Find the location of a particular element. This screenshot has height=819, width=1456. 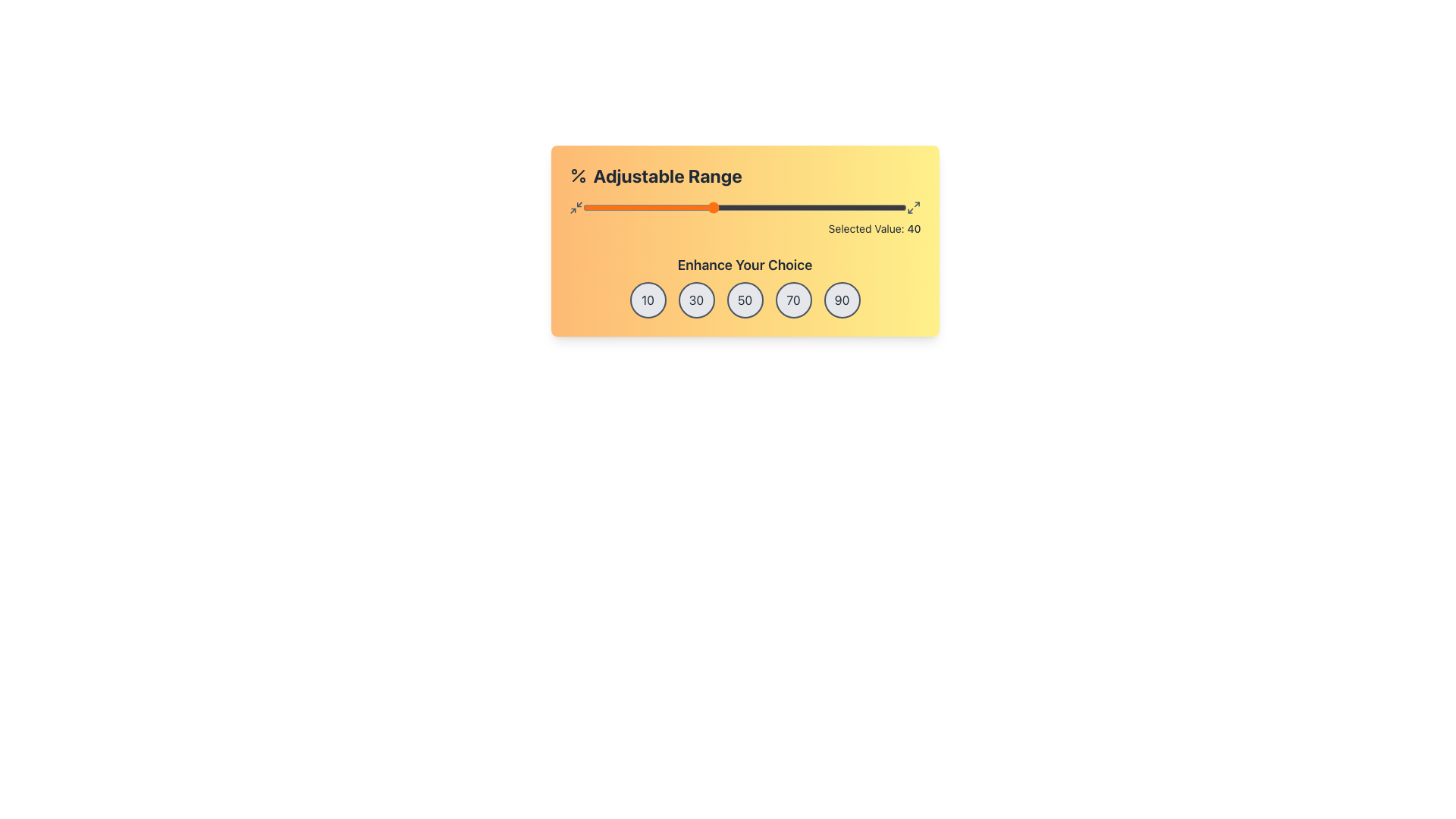

the slider value is located at coordinates (852, 207).